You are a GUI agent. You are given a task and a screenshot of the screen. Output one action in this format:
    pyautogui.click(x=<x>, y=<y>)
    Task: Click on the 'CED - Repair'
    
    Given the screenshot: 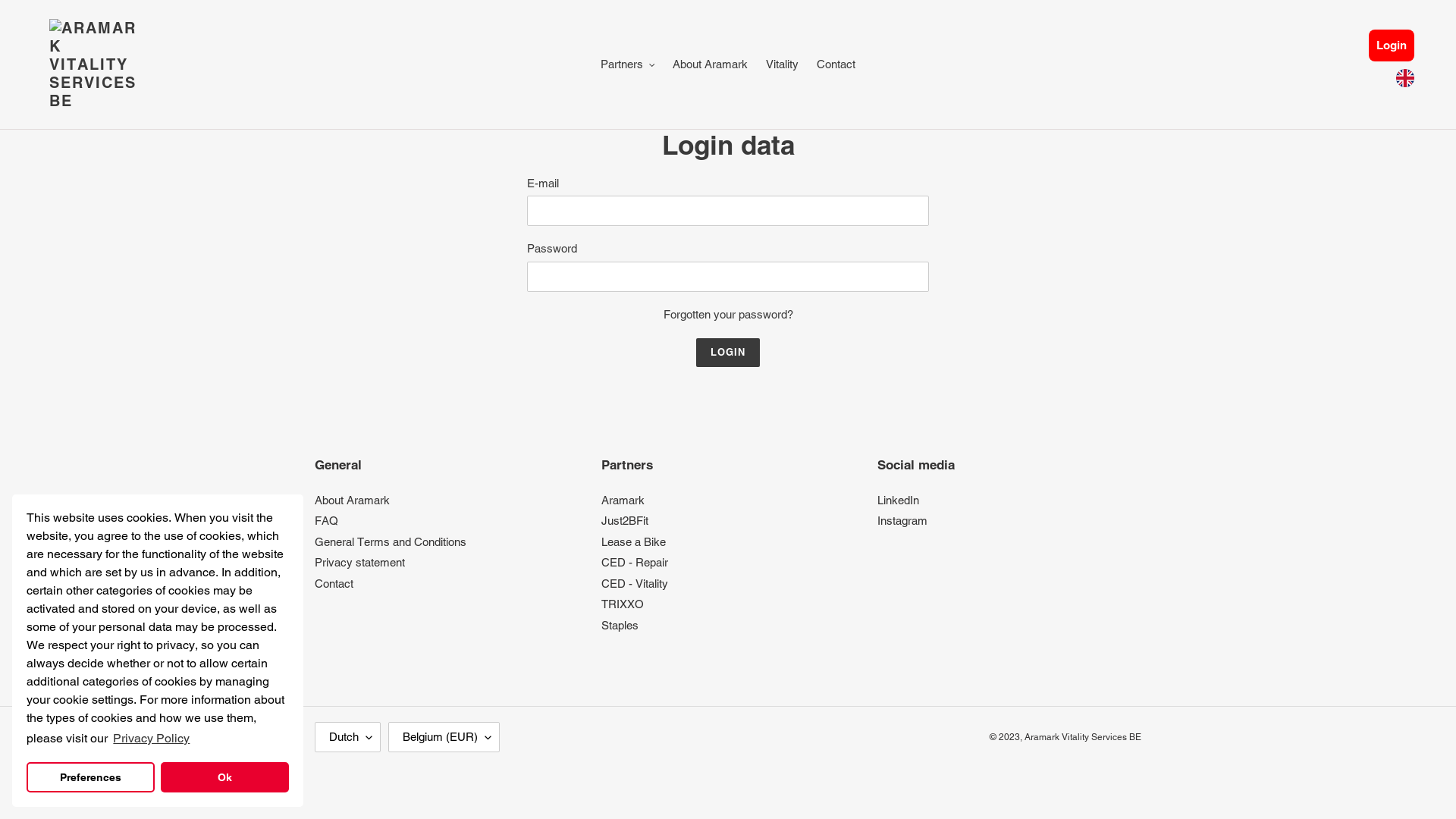 What is the action you would take?
    pyautogui.click(x=634, y=562)
    